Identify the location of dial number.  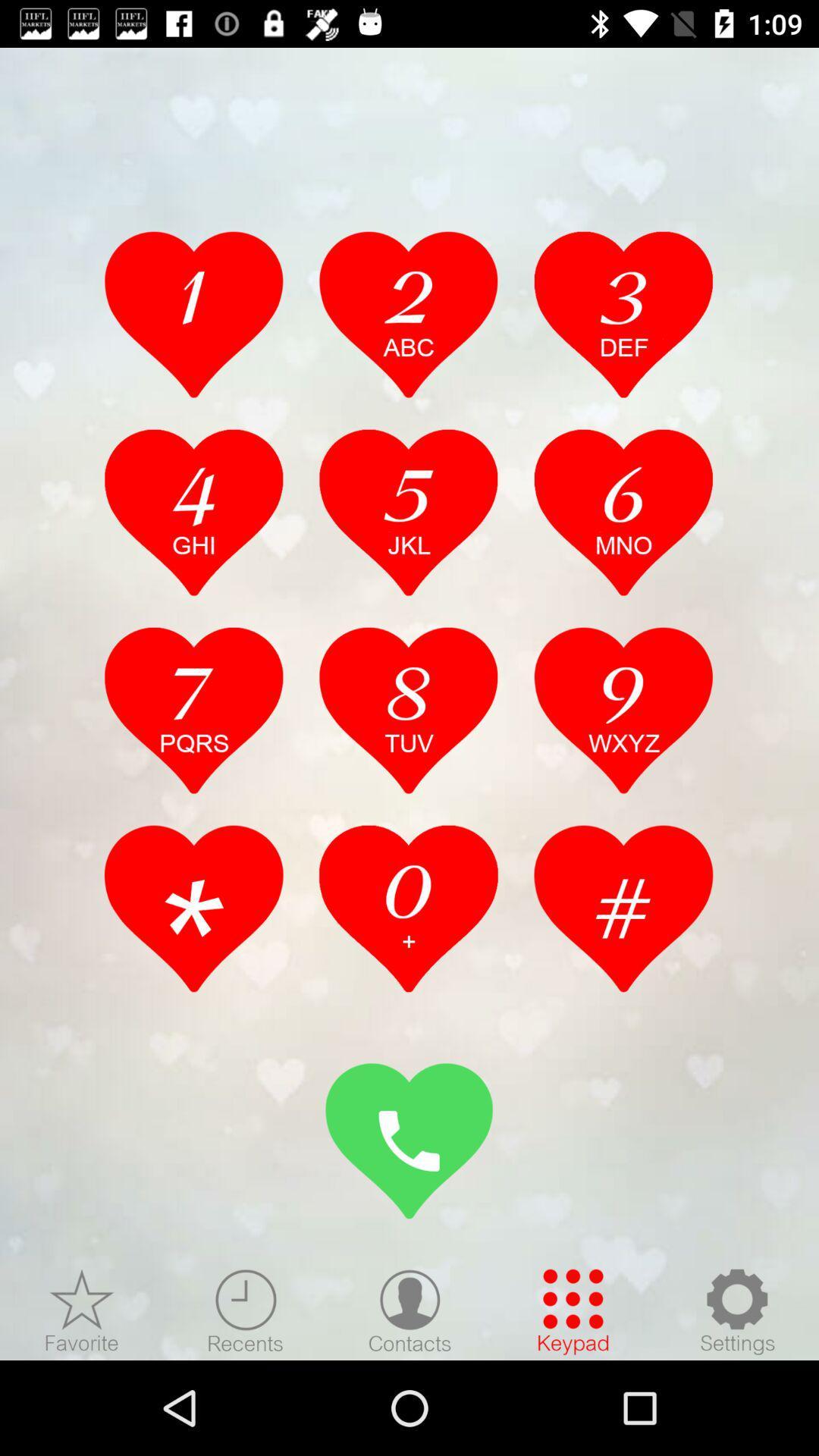
(408, 313).